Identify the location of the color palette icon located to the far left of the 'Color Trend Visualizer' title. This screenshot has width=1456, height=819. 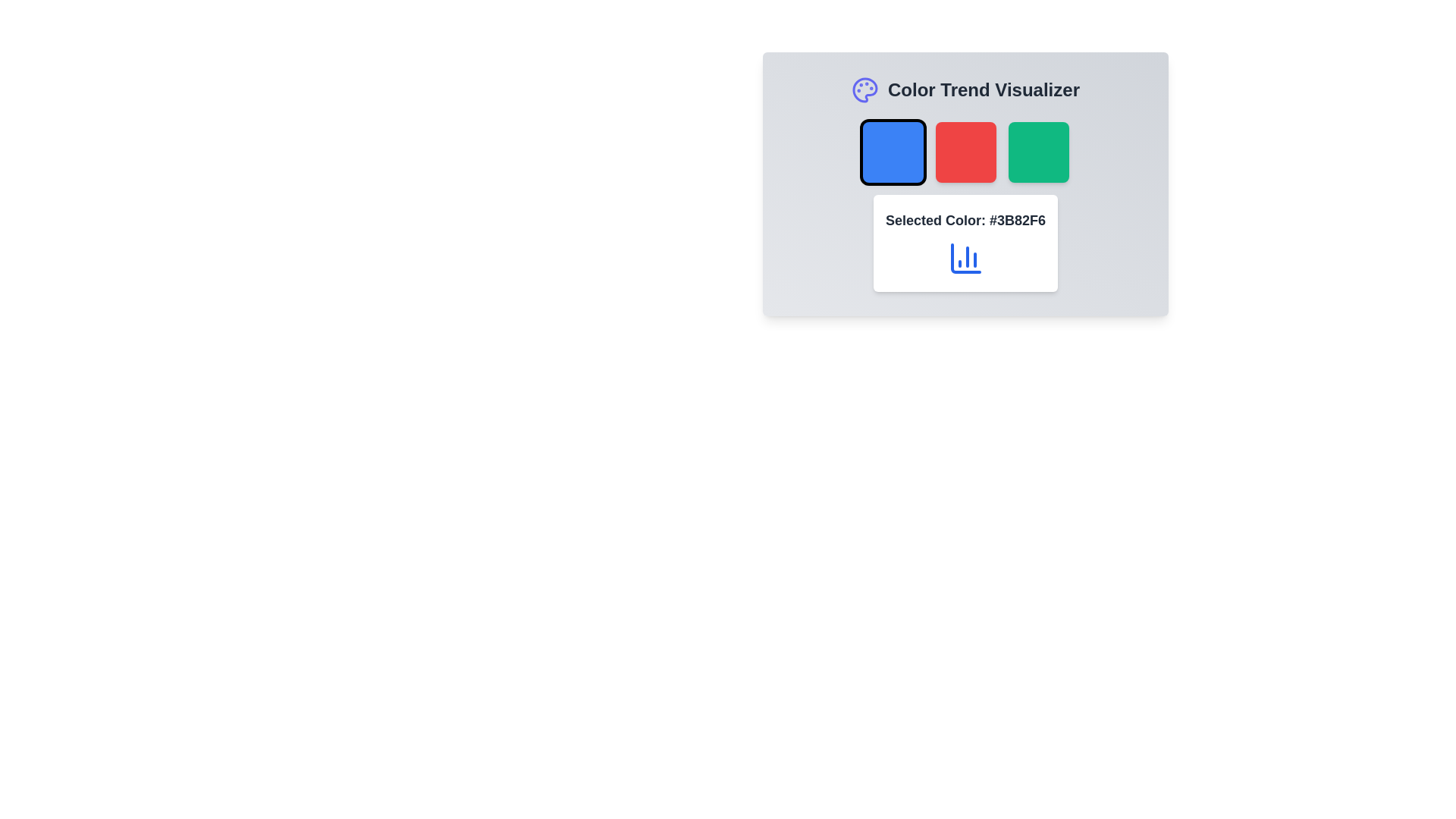
(865, 90).